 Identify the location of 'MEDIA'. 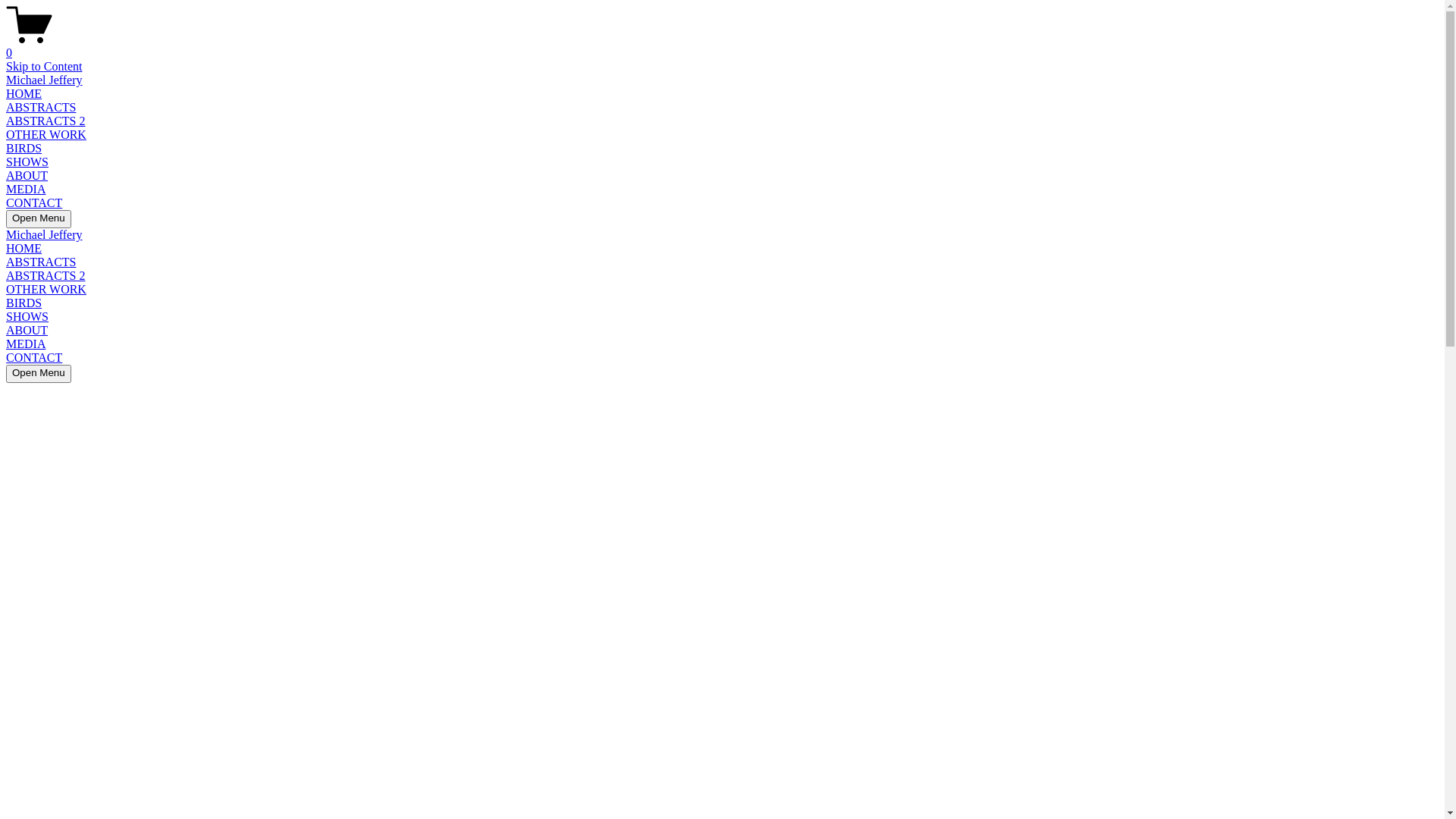
(25, 344).